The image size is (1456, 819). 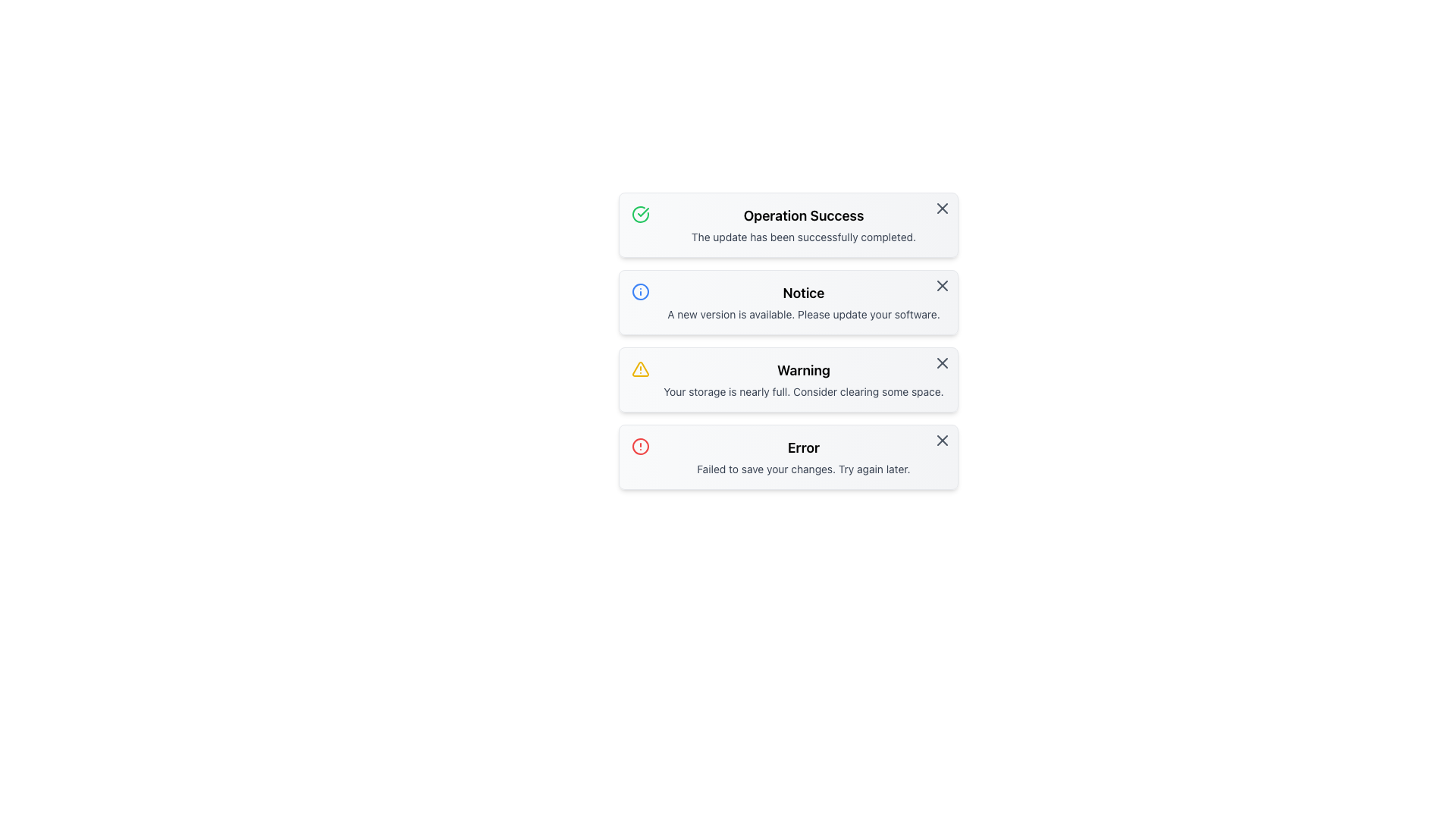 I want to click on the textual notification that reads 'A new version is available. Please update your software.' located under the 'Notice' section with a blue icon, so click(x=803, y=314).